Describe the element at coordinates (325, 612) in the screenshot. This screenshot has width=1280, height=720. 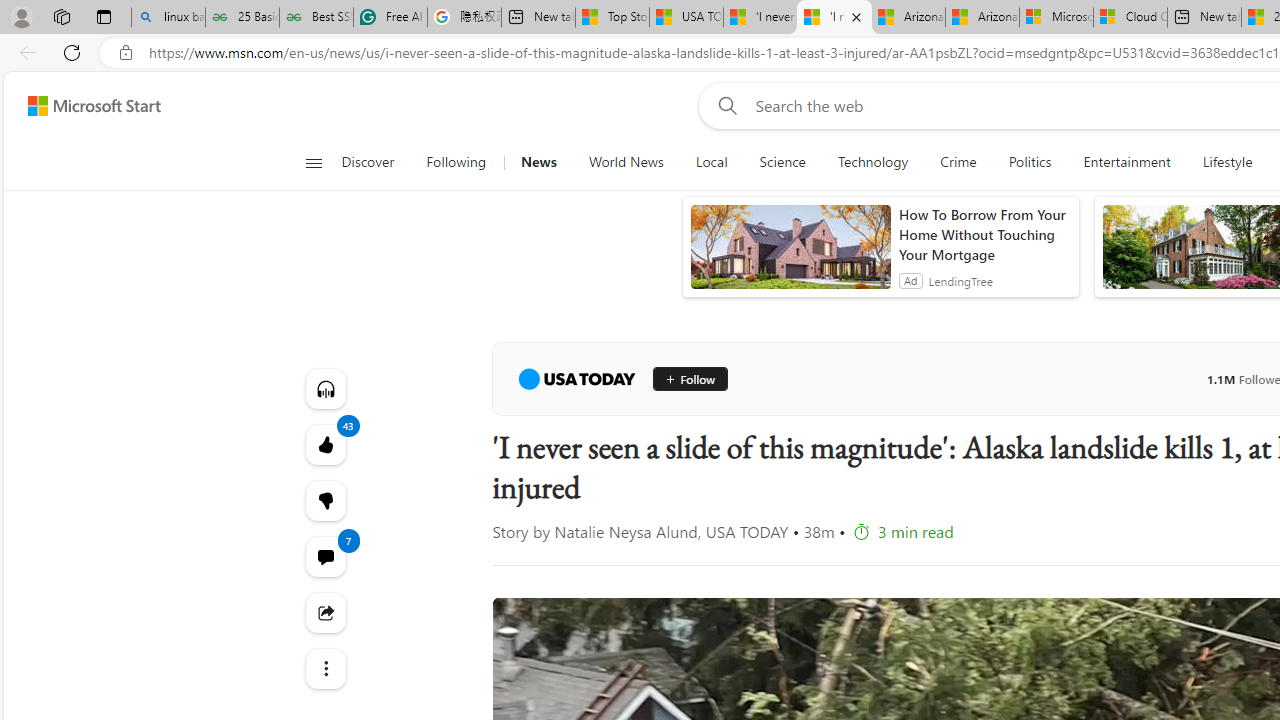
I see `'Share this story'` at that location.